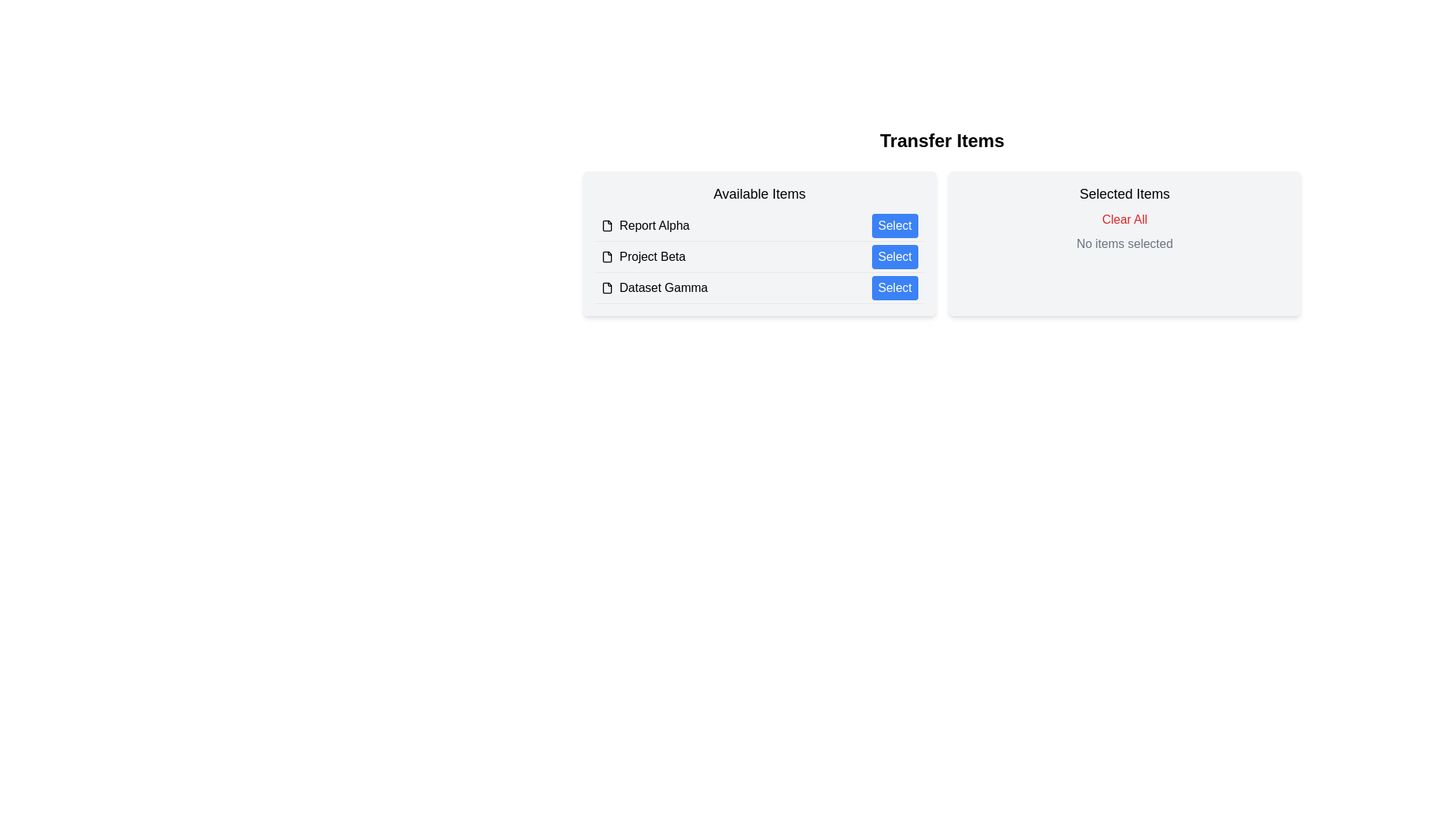 The height and width of the screenshot is (819, 1456). What do you see at coordinates (895, 288) in the screenshot?
I see `the third 'Select' button with a blue background and white text located next to 'Dataset Gamma' in the 'Available Items' section` at bounding box center [895, 288].